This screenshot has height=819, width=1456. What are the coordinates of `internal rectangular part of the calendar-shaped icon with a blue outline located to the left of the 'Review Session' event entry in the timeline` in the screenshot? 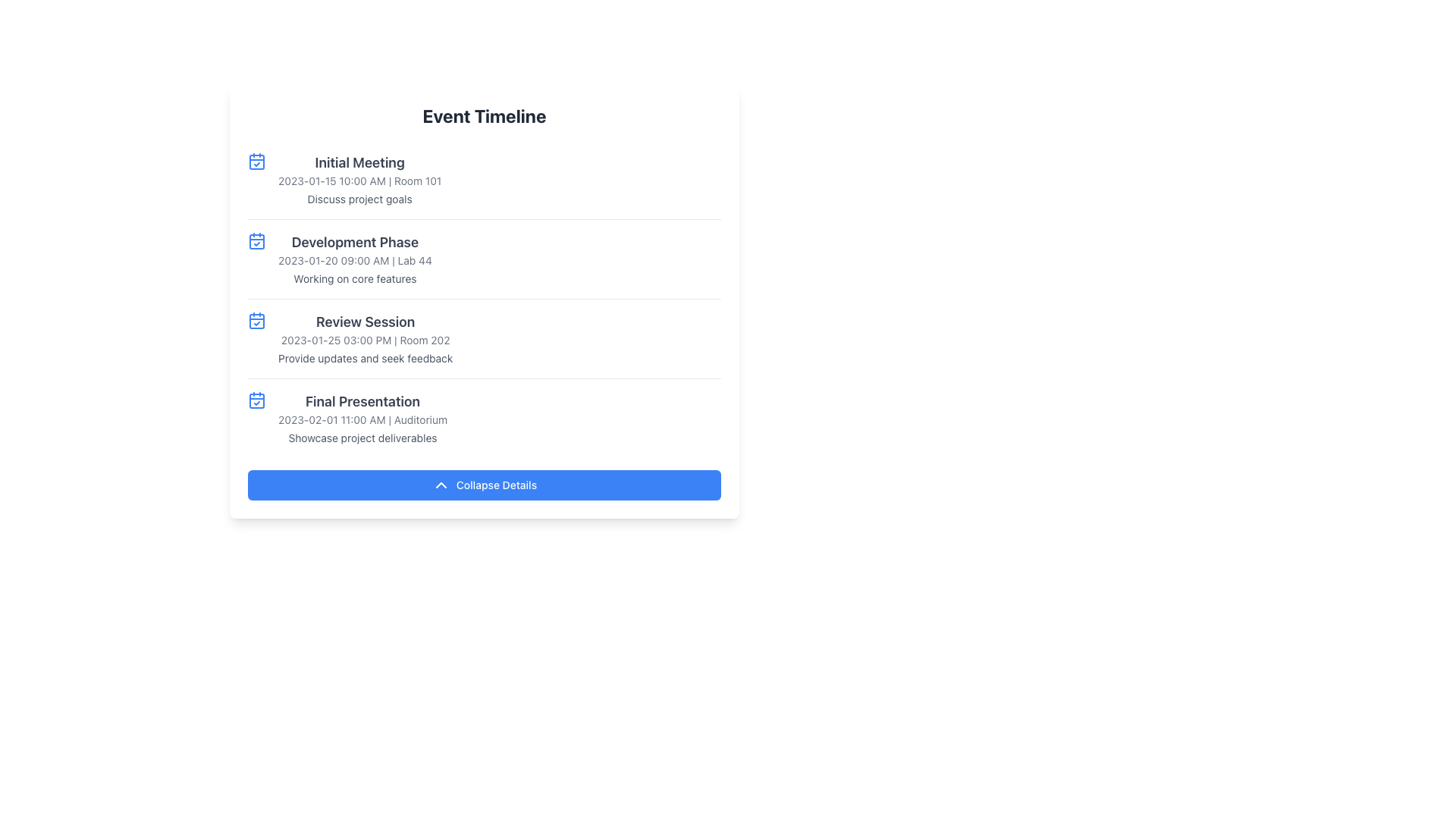 It's located at (257, 321).